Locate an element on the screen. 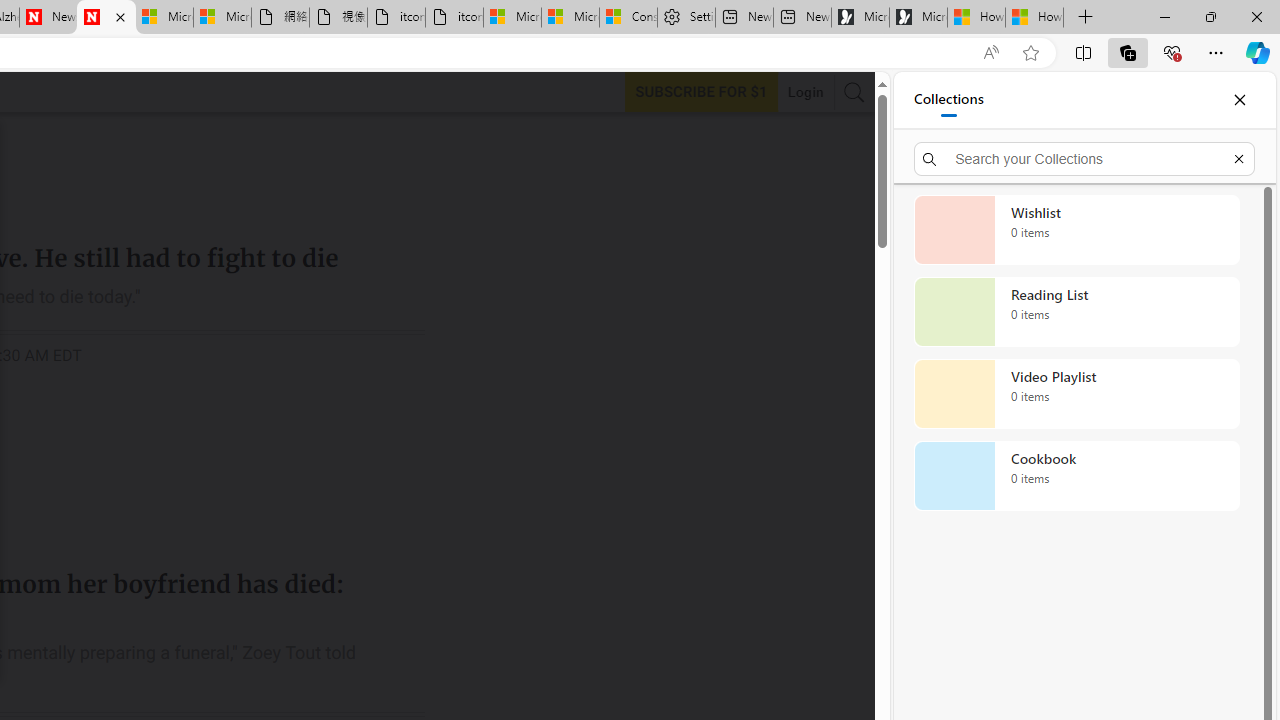 The width and height of the screenshot is (1280, 720). 'Wishlist collection, 0 items' is located at coordinates (1076, 229).